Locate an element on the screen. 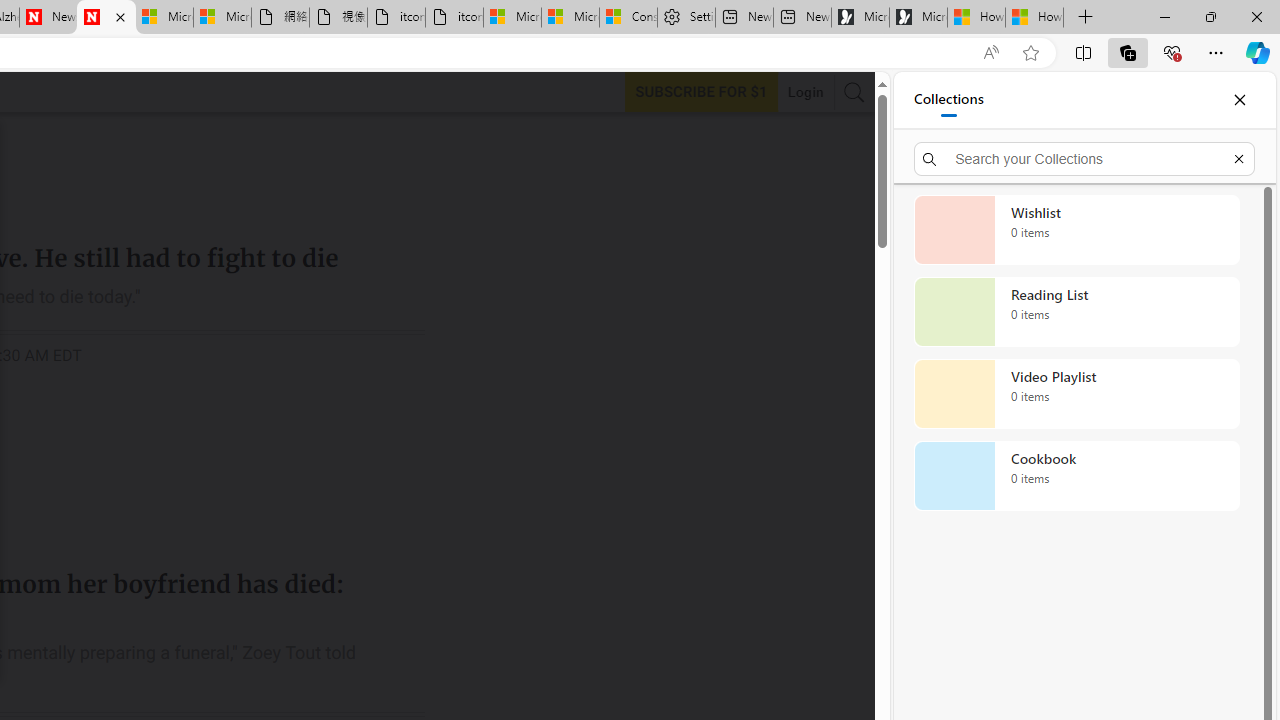 The width and height of the screenshot is (1280, 720). 'Wishlist collection, 0 items' is located at coordinates (1076, 229).